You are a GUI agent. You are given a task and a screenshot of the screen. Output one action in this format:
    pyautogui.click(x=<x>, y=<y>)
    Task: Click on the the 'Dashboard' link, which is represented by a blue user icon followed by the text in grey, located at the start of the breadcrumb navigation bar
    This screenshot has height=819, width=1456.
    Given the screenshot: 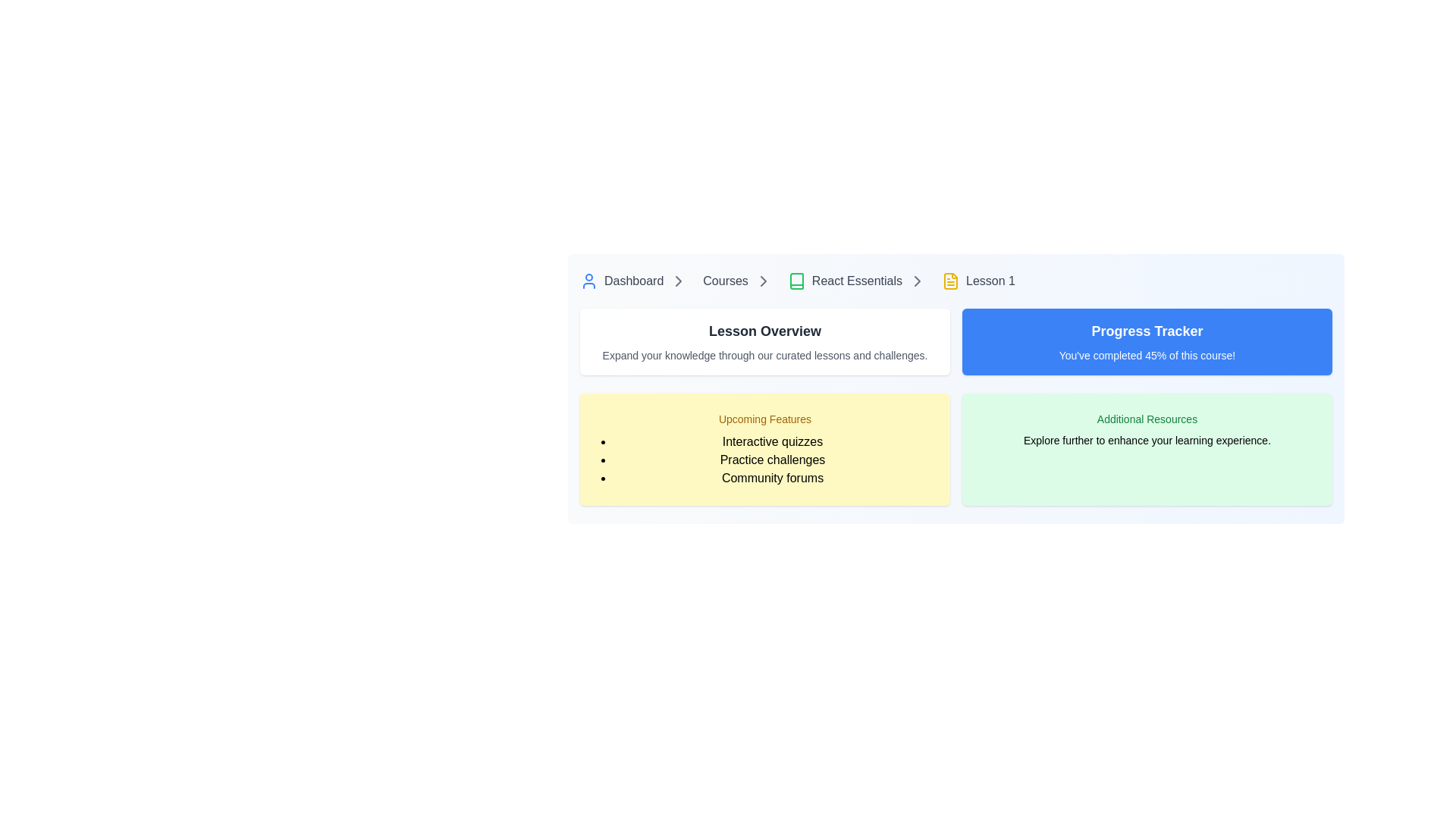 What is the action you would take?
    pyautogui.click(x=637, y=281)
    